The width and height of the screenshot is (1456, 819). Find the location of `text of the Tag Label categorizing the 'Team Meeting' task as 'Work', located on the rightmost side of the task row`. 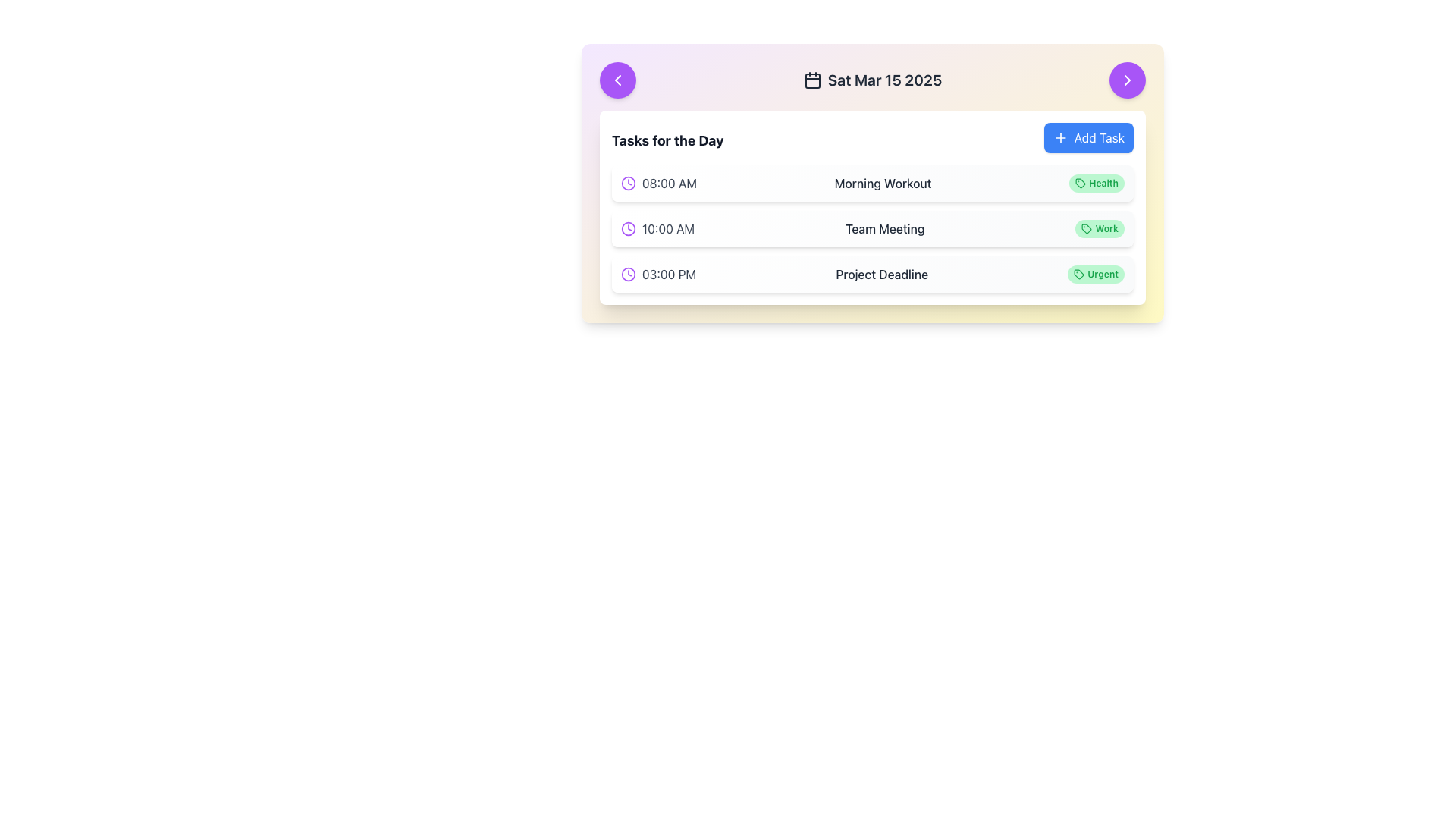

text of the Tag Label categorizing the 'Team Meeting' task as 'Work', located on the rightmost side of the task row is located at coordinates (1100, 228).